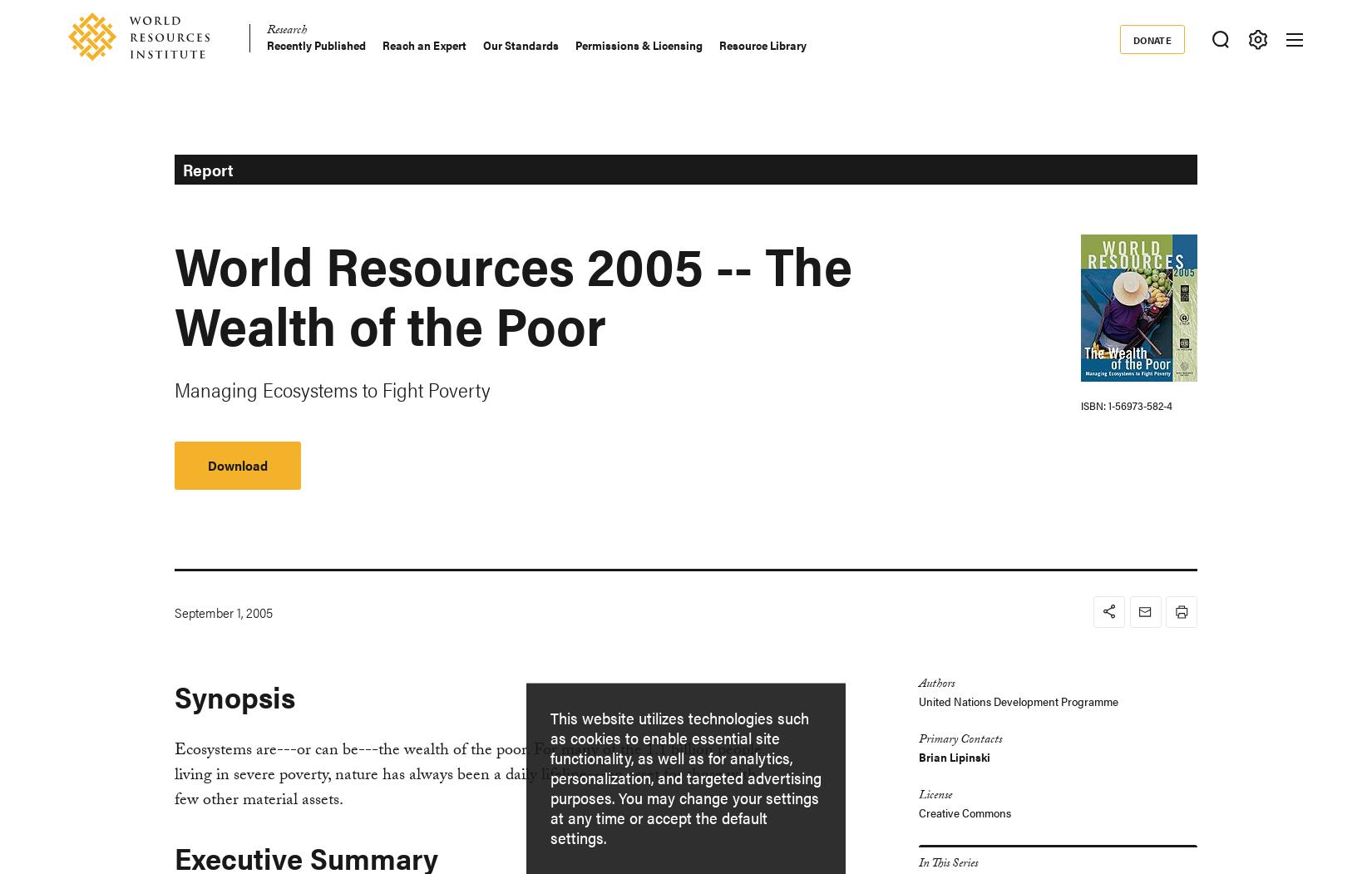 This screenshot has height=874, width=1372. Describe the element at coordinates (447, 228) in the screenshot. I see `'Our Work'` at that location.